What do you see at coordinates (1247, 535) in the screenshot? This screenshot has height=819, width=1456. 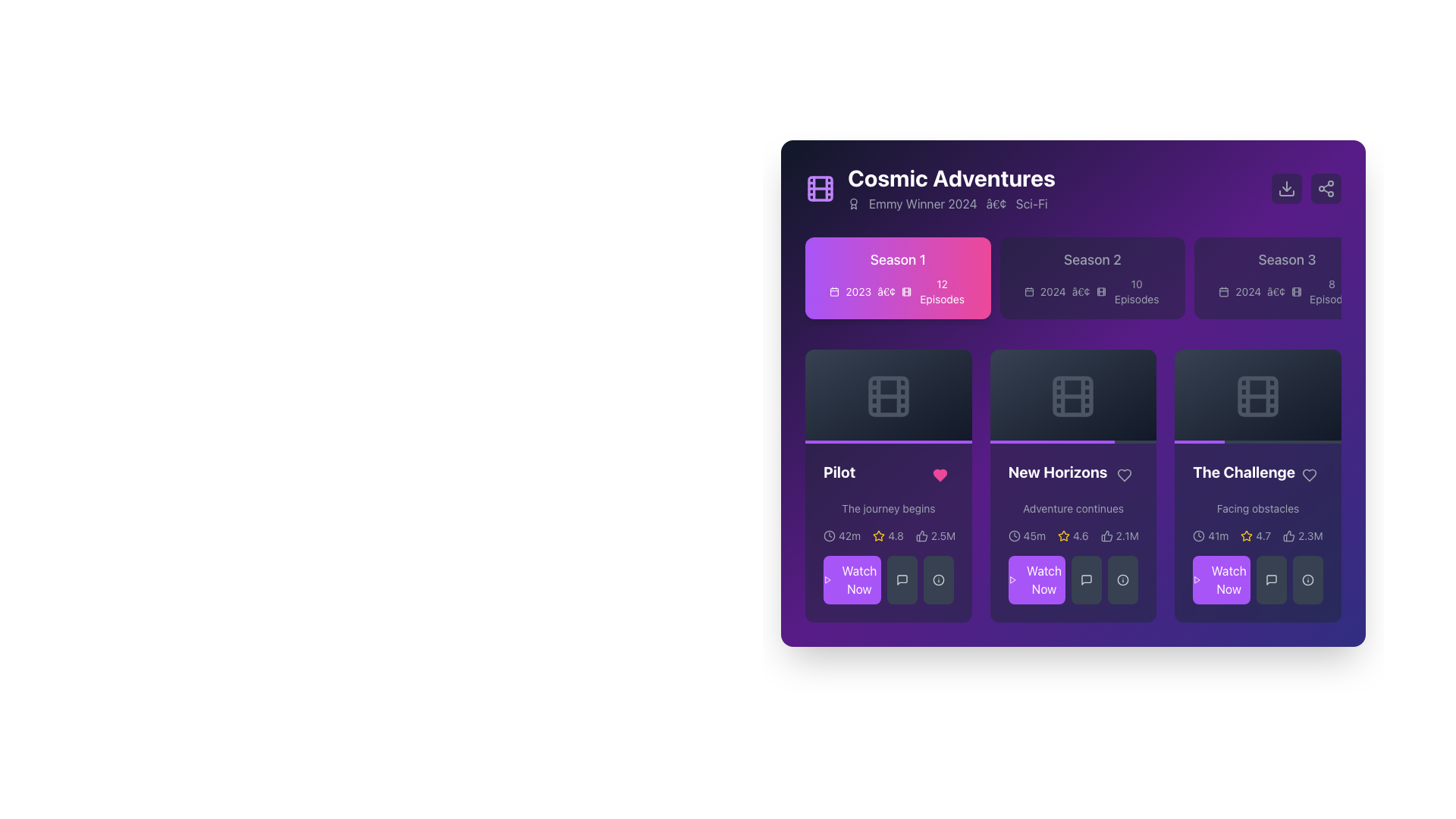 I see `the star icon representing the rating for 'The Challenge' episode, which visually indicates a score of '4.7'` at bounding box center [1247, 535].